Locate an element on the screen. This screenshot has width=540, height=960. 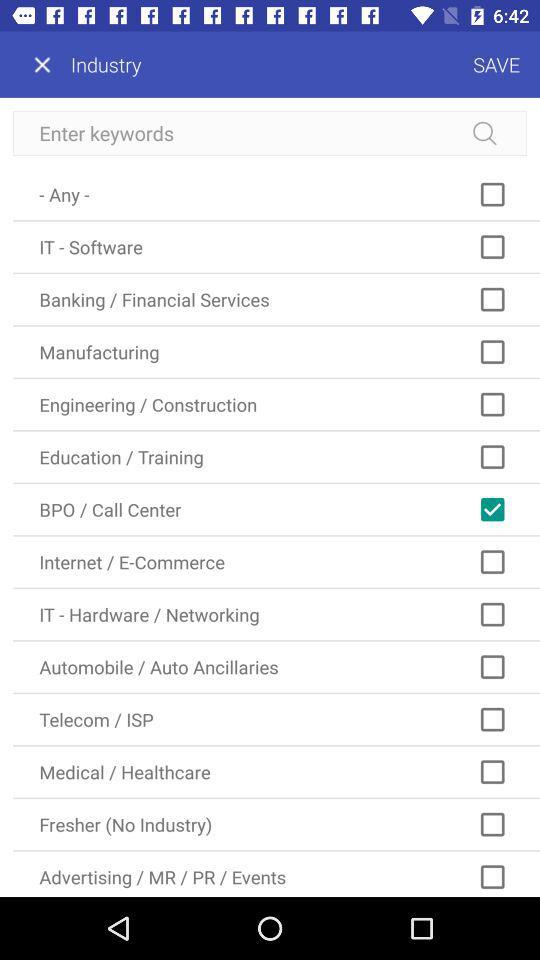
the automobile / auto ancillaries item is located at coordinates (275, 667).